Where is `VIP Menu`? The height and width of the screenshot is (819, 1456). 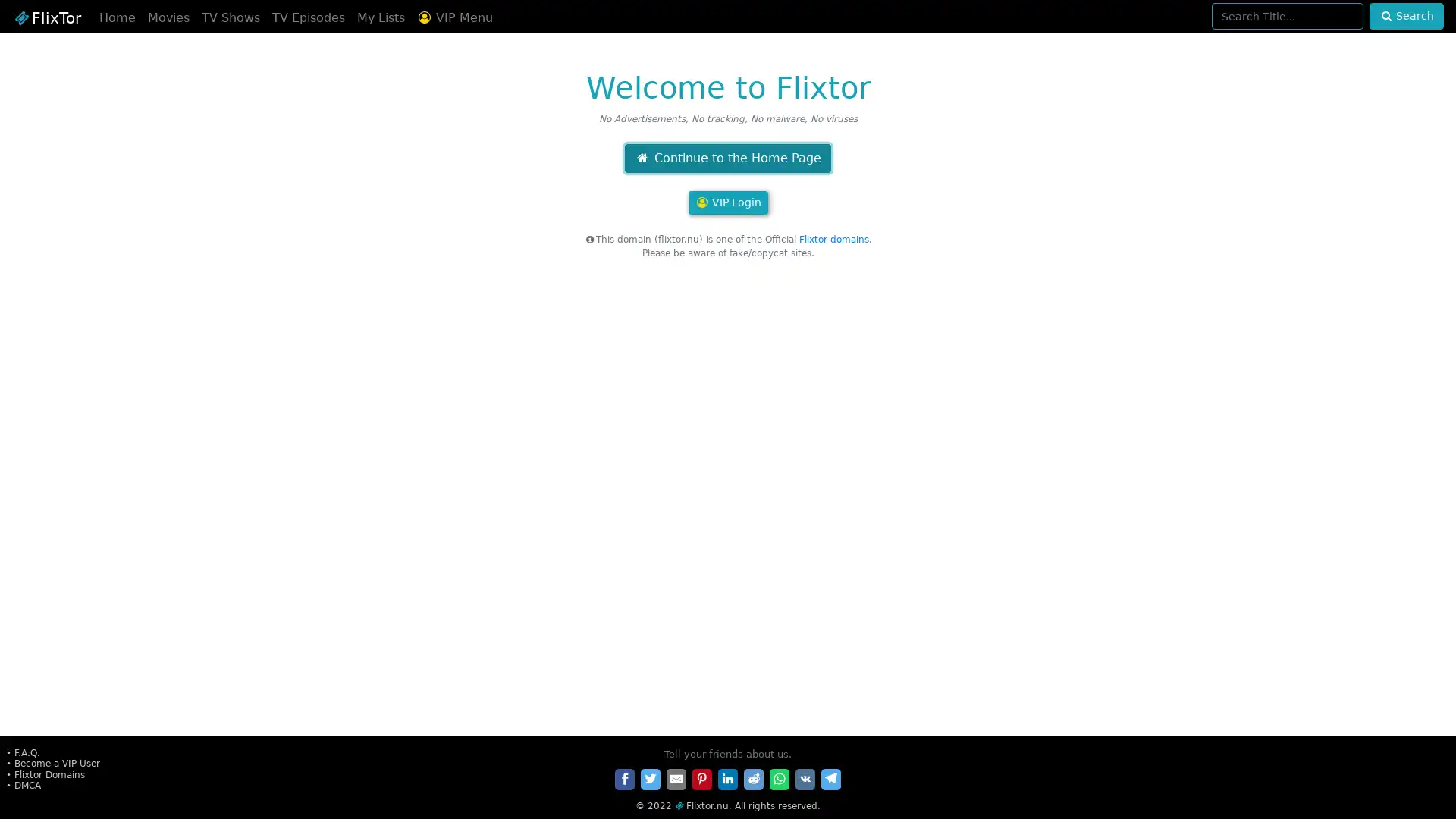
VIP Menu is located at coordinates (453, 17).